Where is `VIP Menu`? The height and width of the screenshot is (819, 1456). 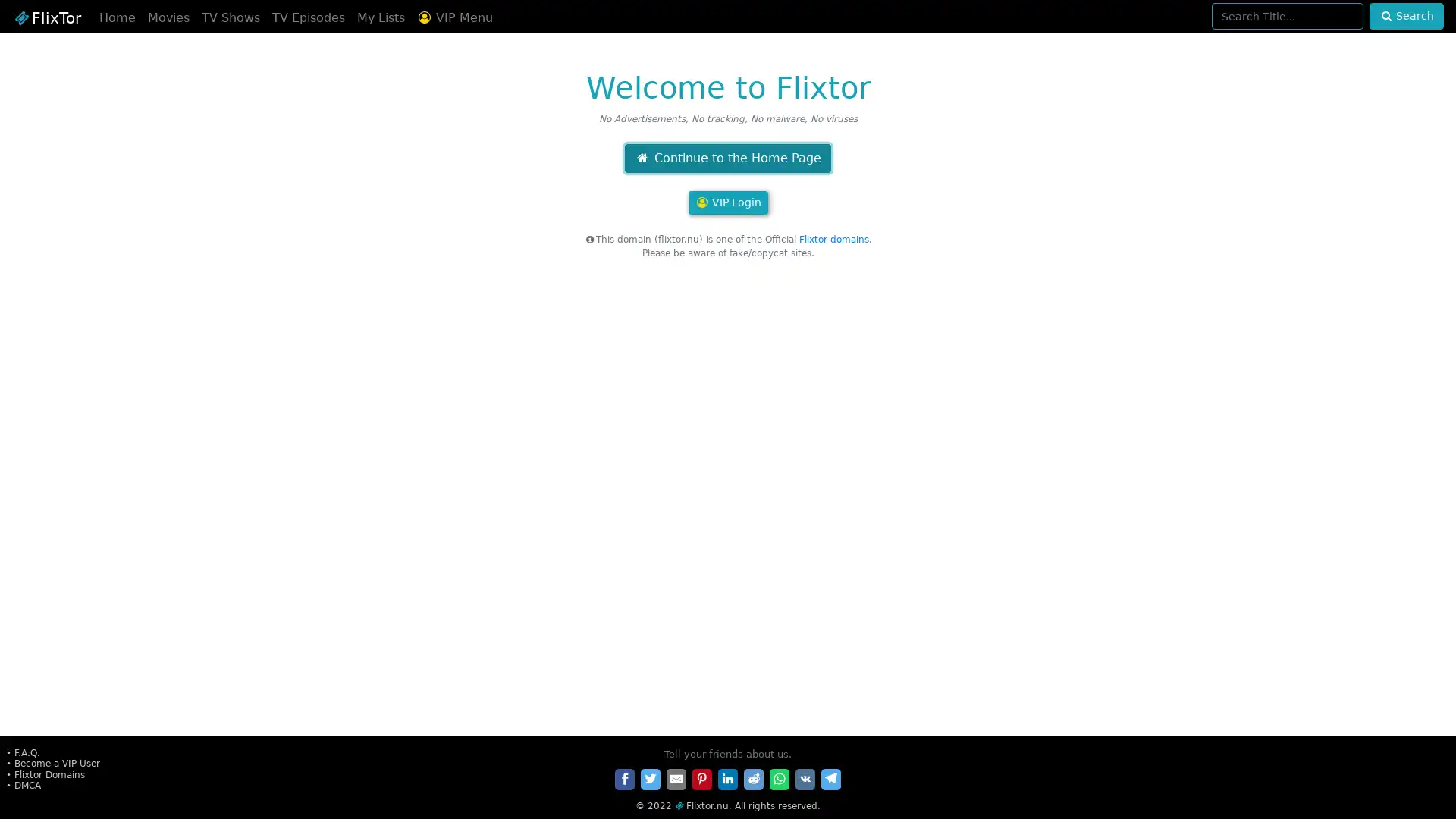
VIP Menu is located at coordinates (453, 17).